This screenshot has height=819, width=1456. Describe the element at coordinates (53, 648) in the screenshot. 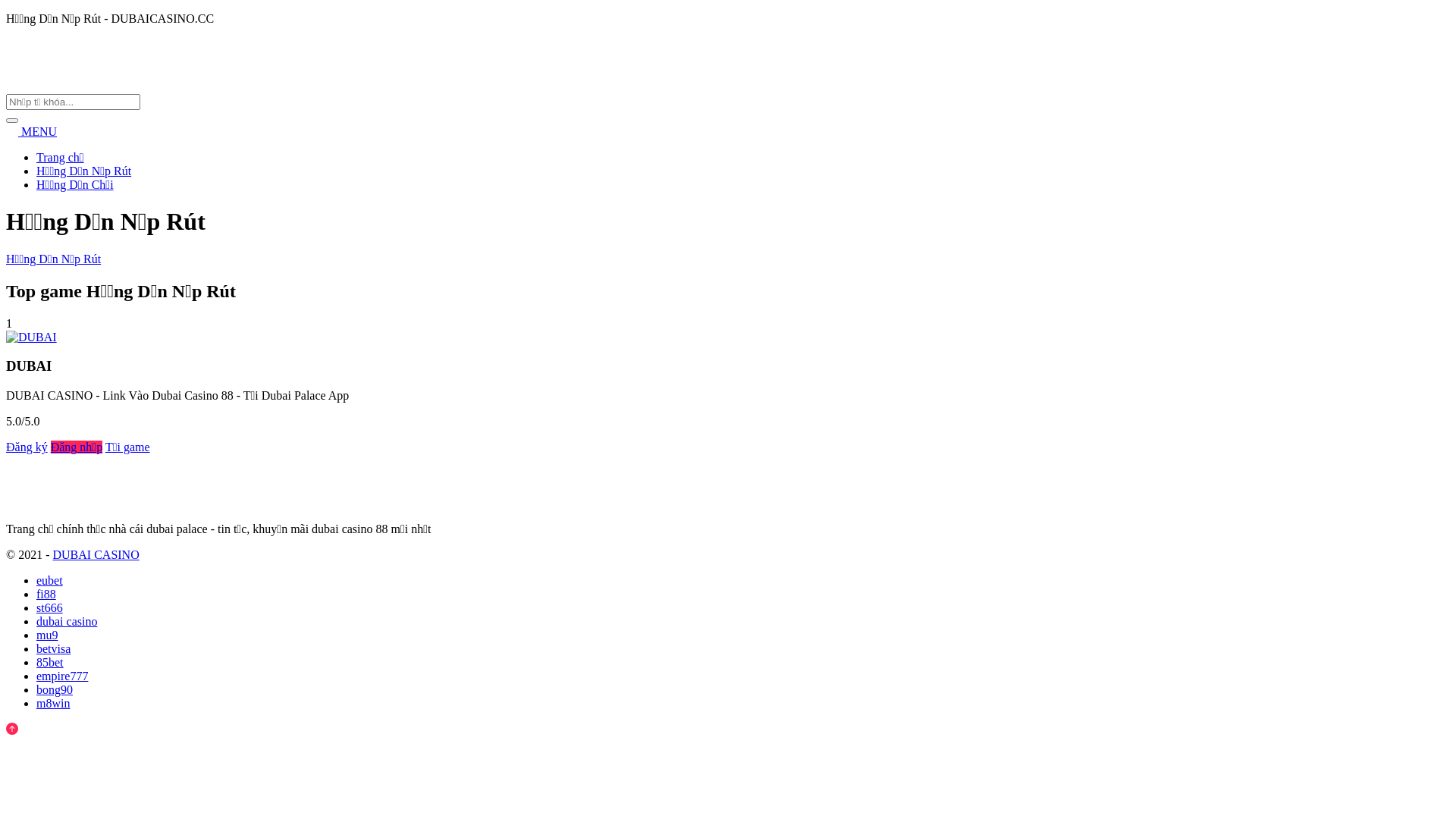

I see `'betvisa'` at that location.